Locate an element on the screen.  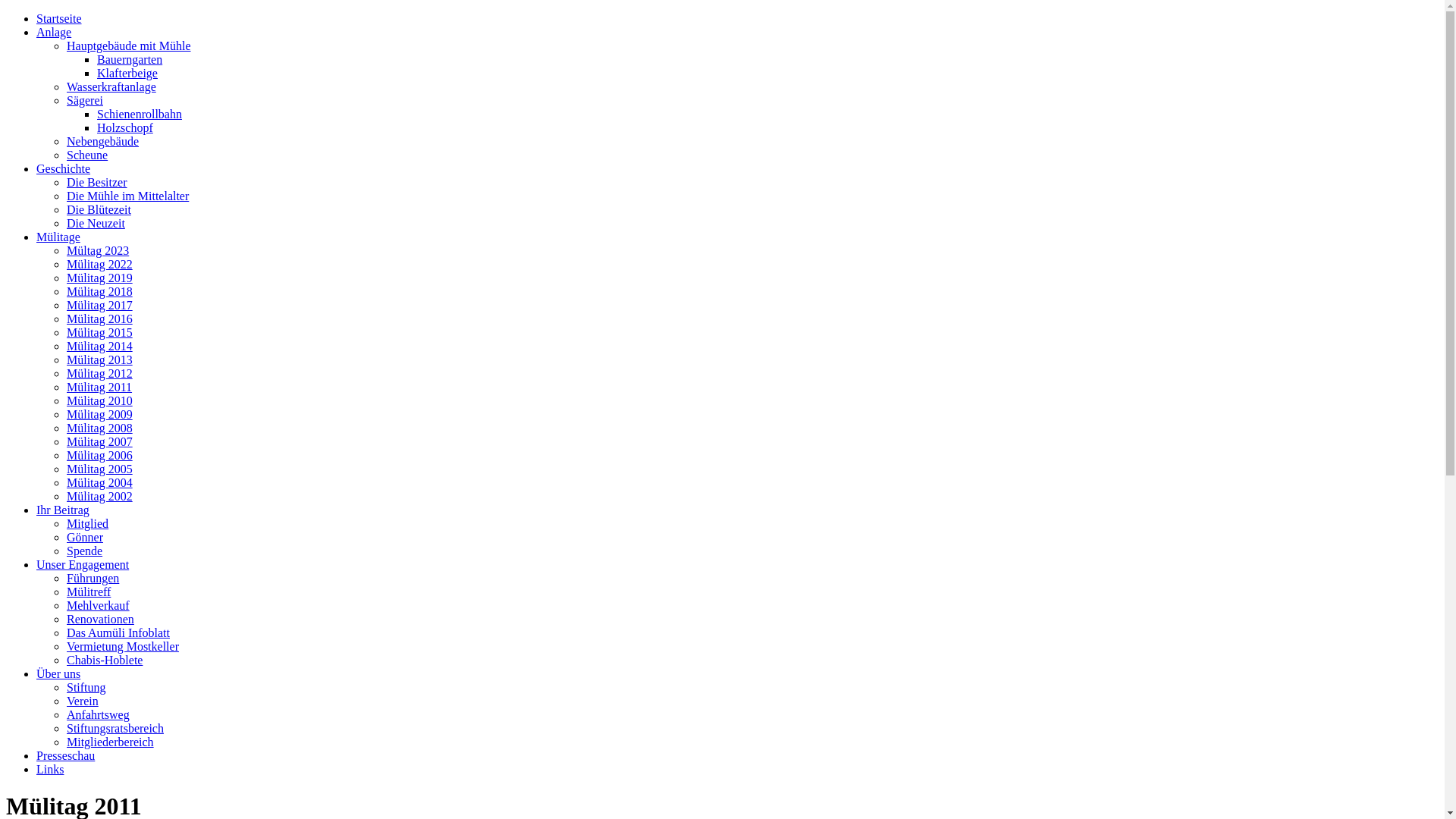
'Renovationen' is located at coordinates (99, 619).